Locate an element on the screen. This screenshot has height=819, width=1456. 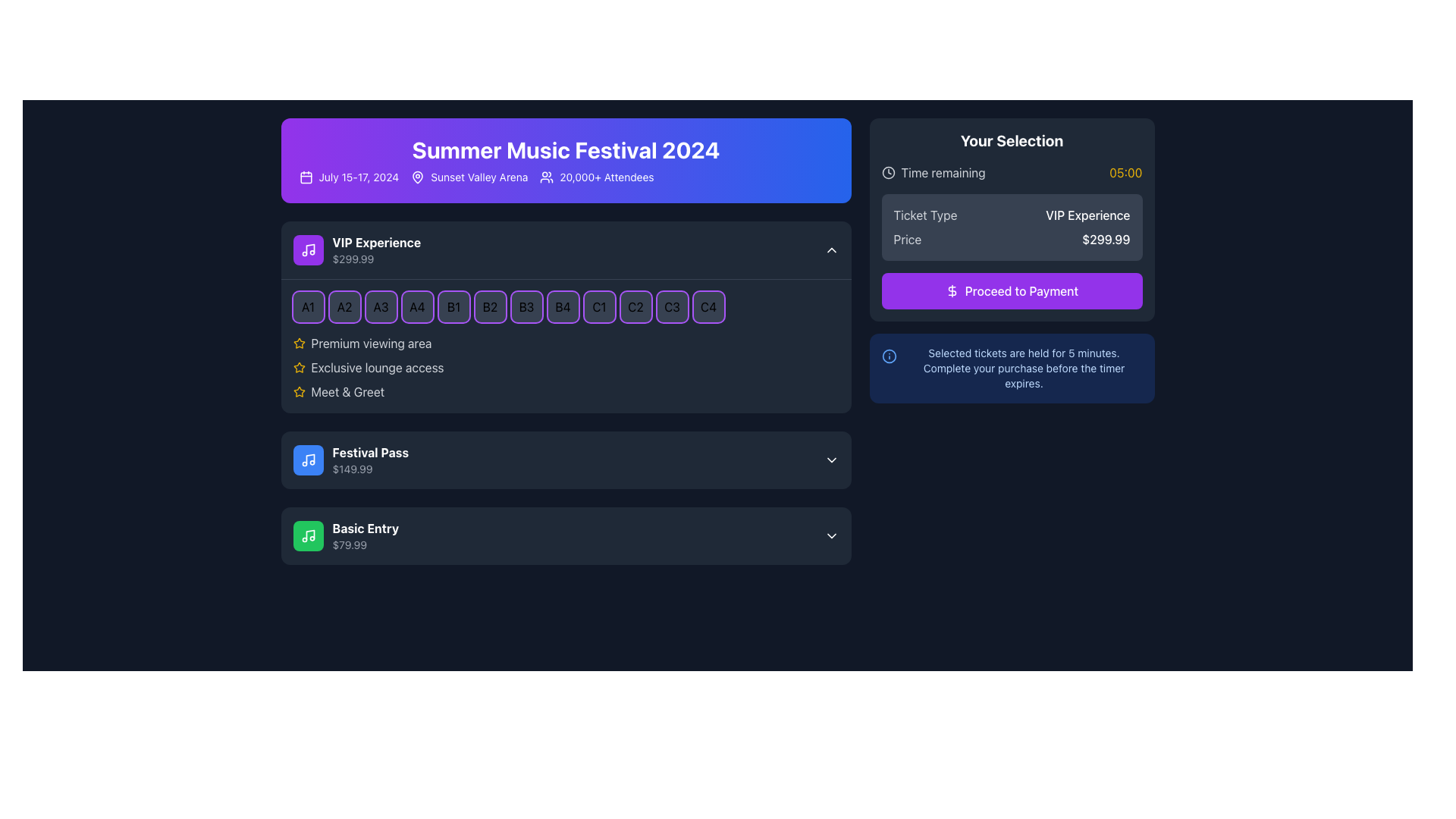
the 'A2' button, which is a square-shaped button with a dark gray background and a thin purple outline is located at coordinates (344, 307).